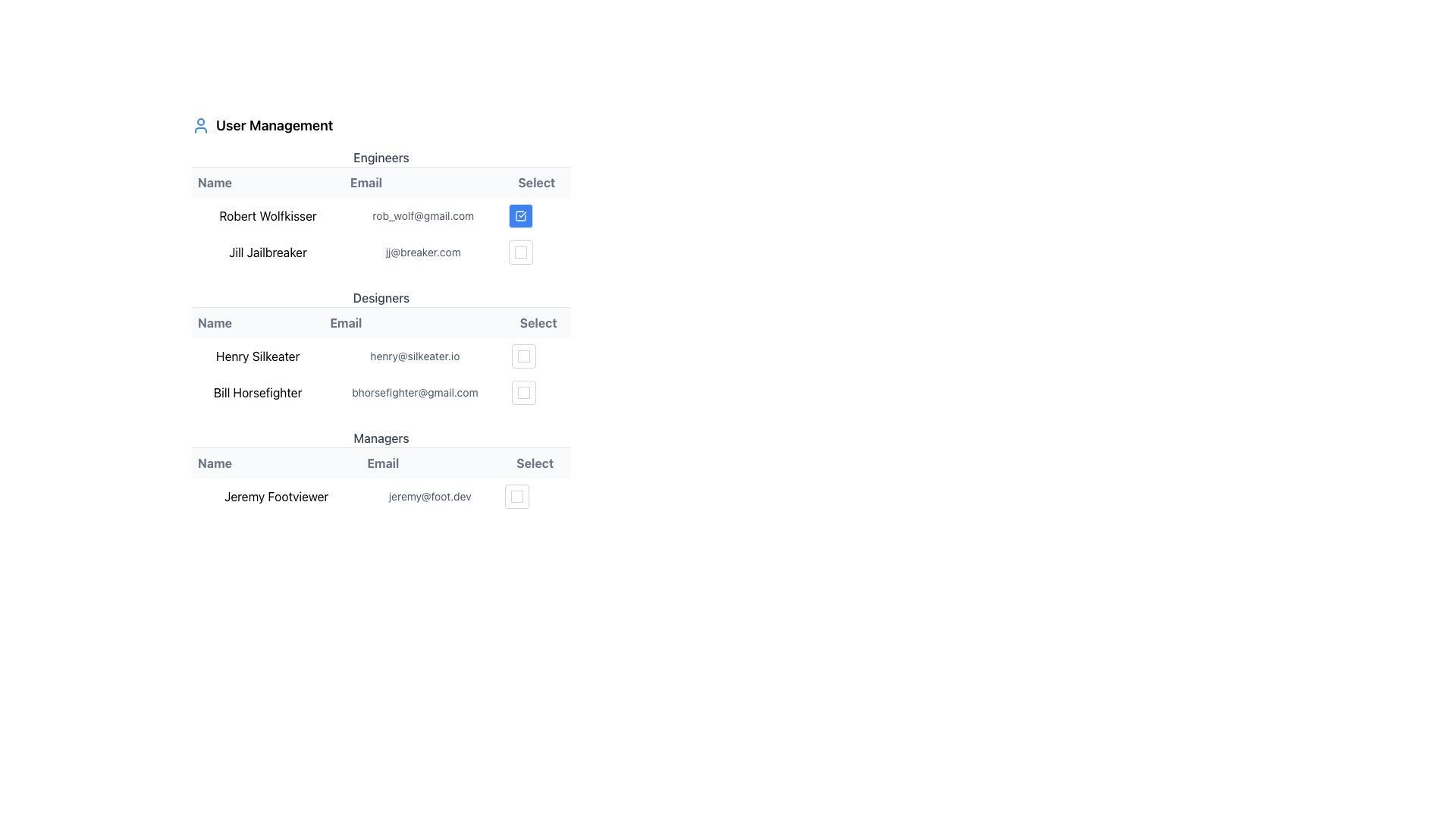 This screenshot has height=819, width=1456. I want to click on the checkbox associated with 'Bill Horsefighter', so click(524, 391).